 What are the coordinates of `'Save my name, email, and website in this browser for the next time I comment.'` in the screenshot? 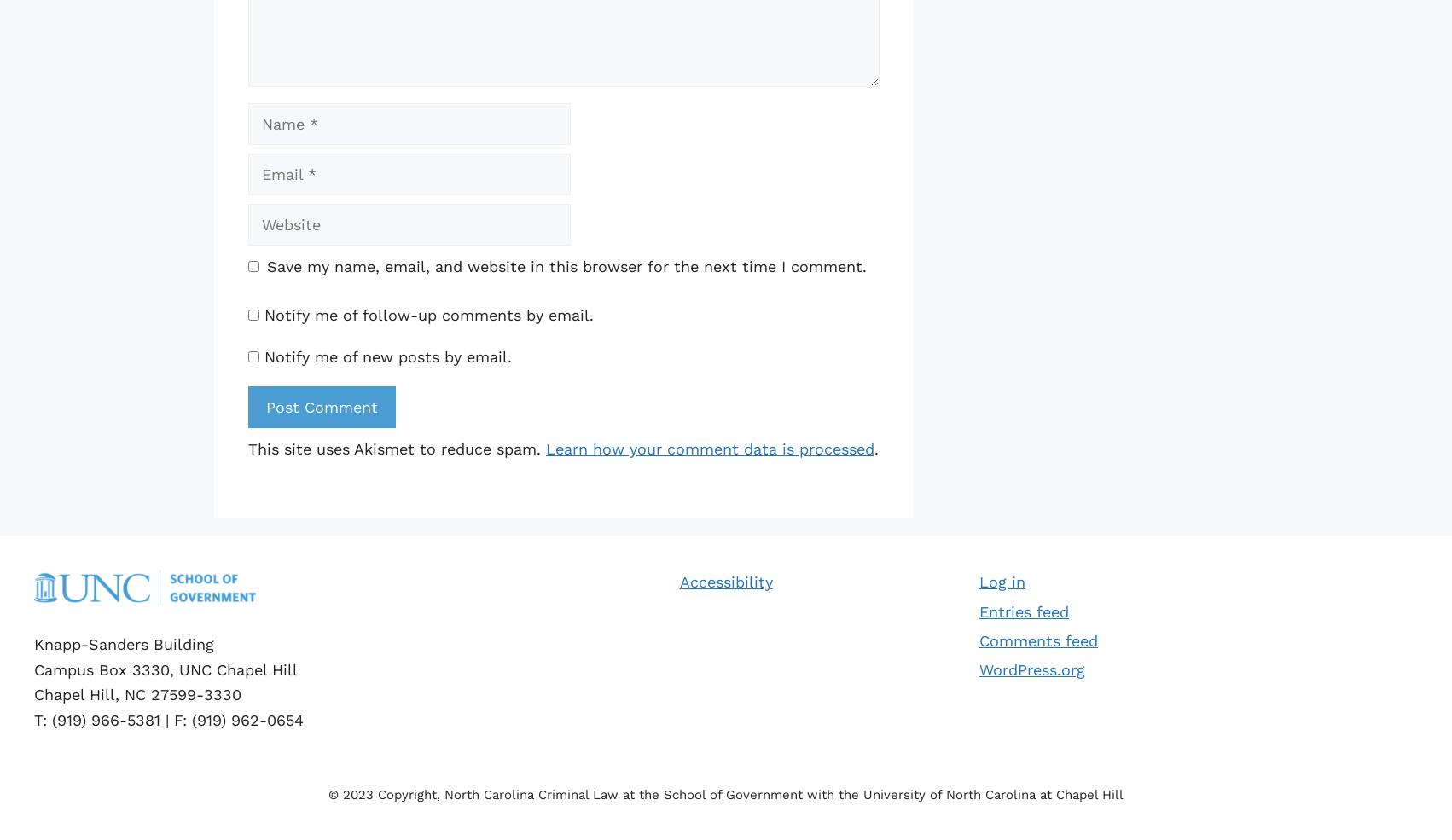 It's located at (566, 266).